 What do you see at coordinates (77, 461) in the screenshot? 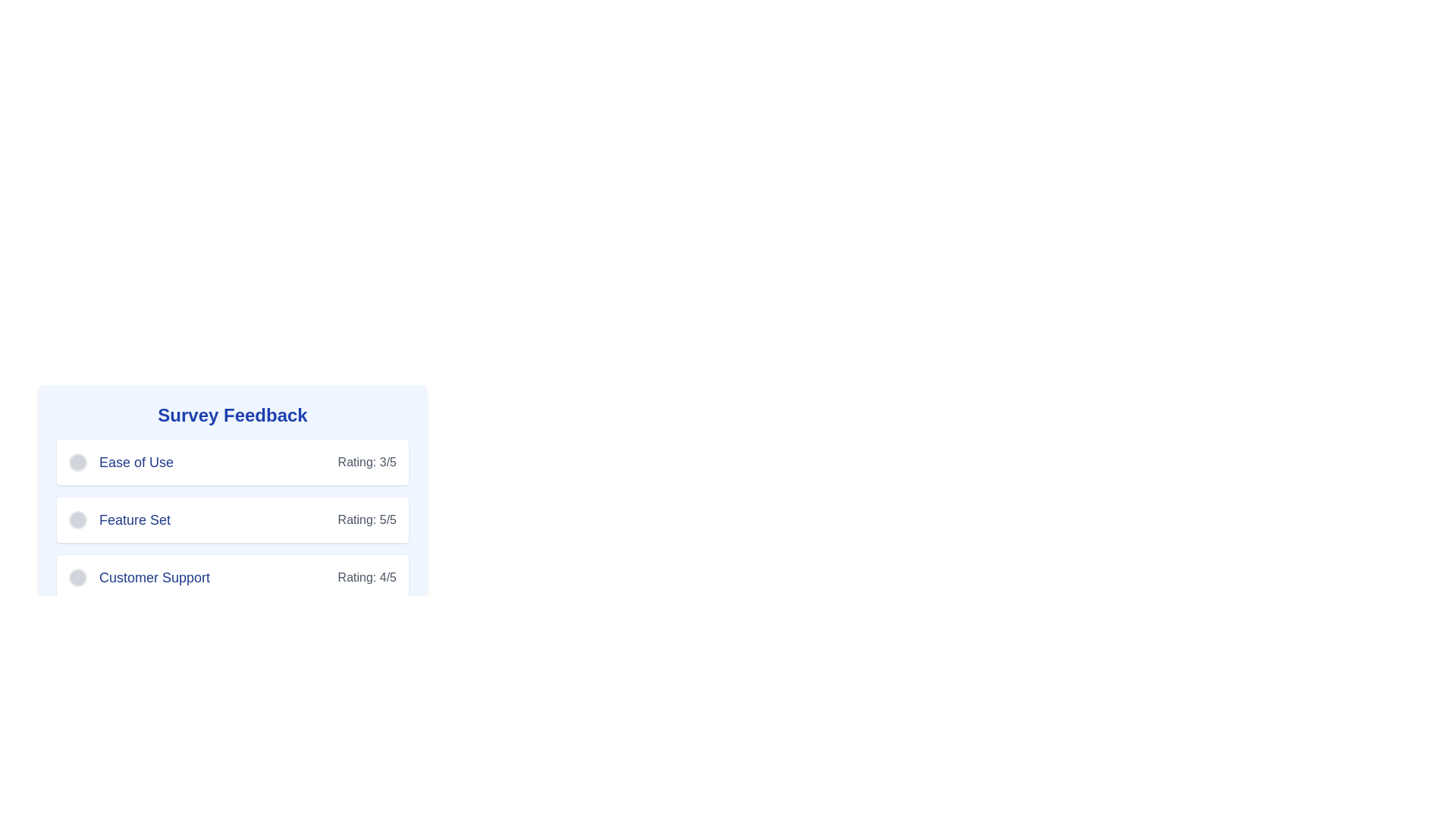
I see `the circular selection marker or button located at the leftmost side of the layout, adjacent to the label 'Ease of Use'` at bounding box center [77, 461].